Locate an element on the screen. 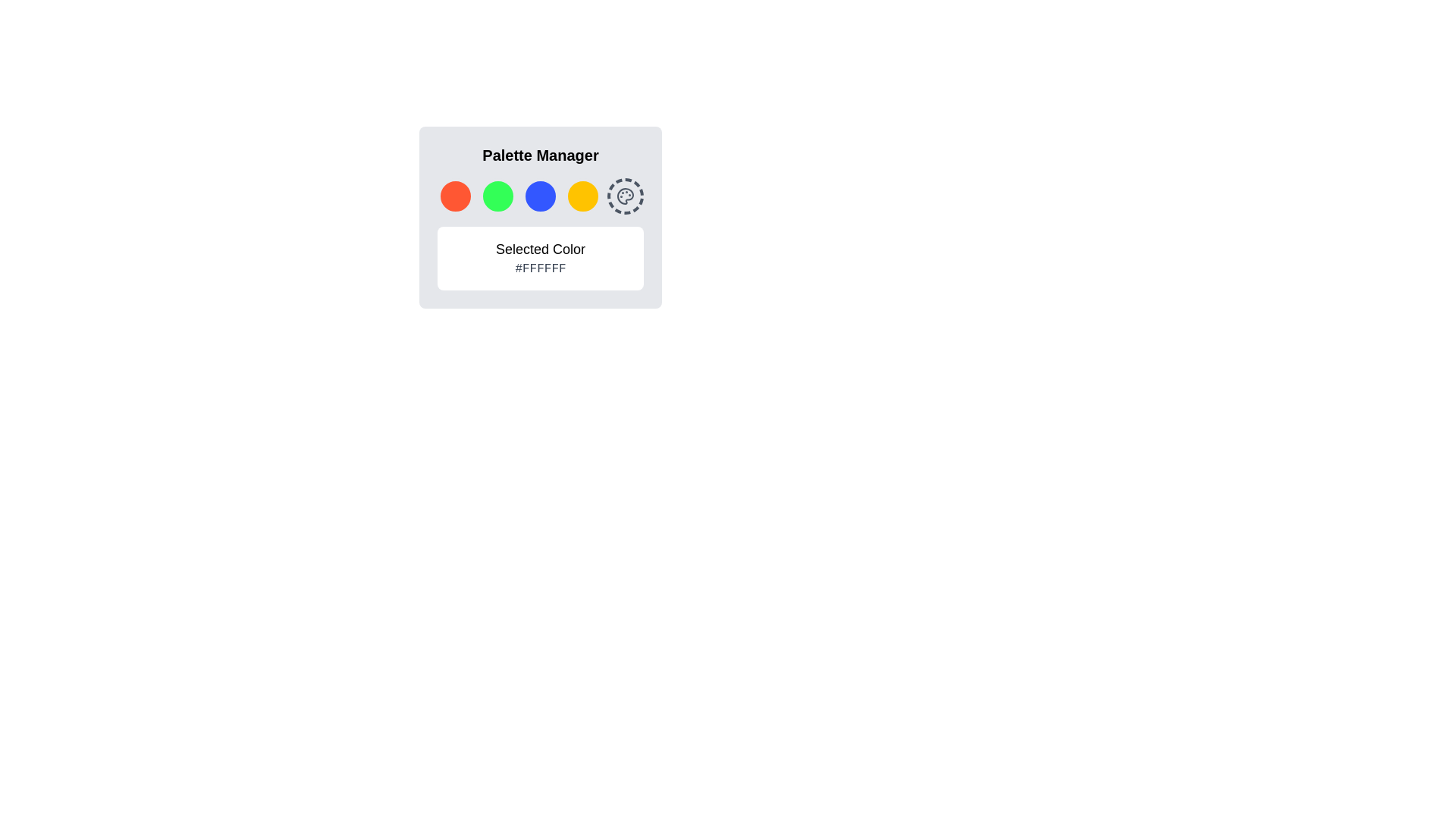 This screenshot has width=1456, height=819. the fourth circular color selector button in the Palette Manager is located at coordinates (582, 195).